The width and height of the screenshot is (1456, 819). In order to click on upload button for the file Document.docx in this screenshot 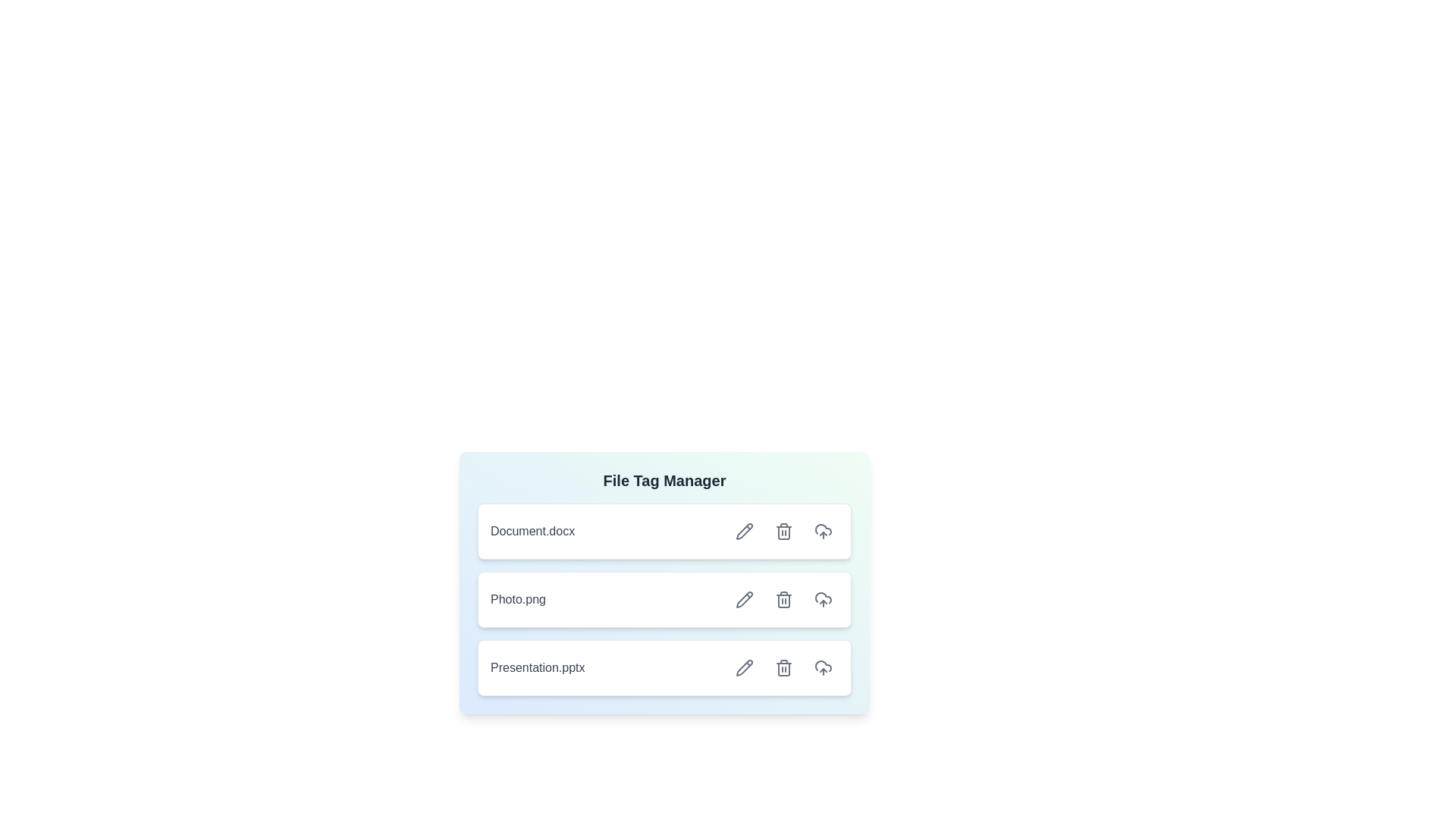, I will do `click(822, 531)`.